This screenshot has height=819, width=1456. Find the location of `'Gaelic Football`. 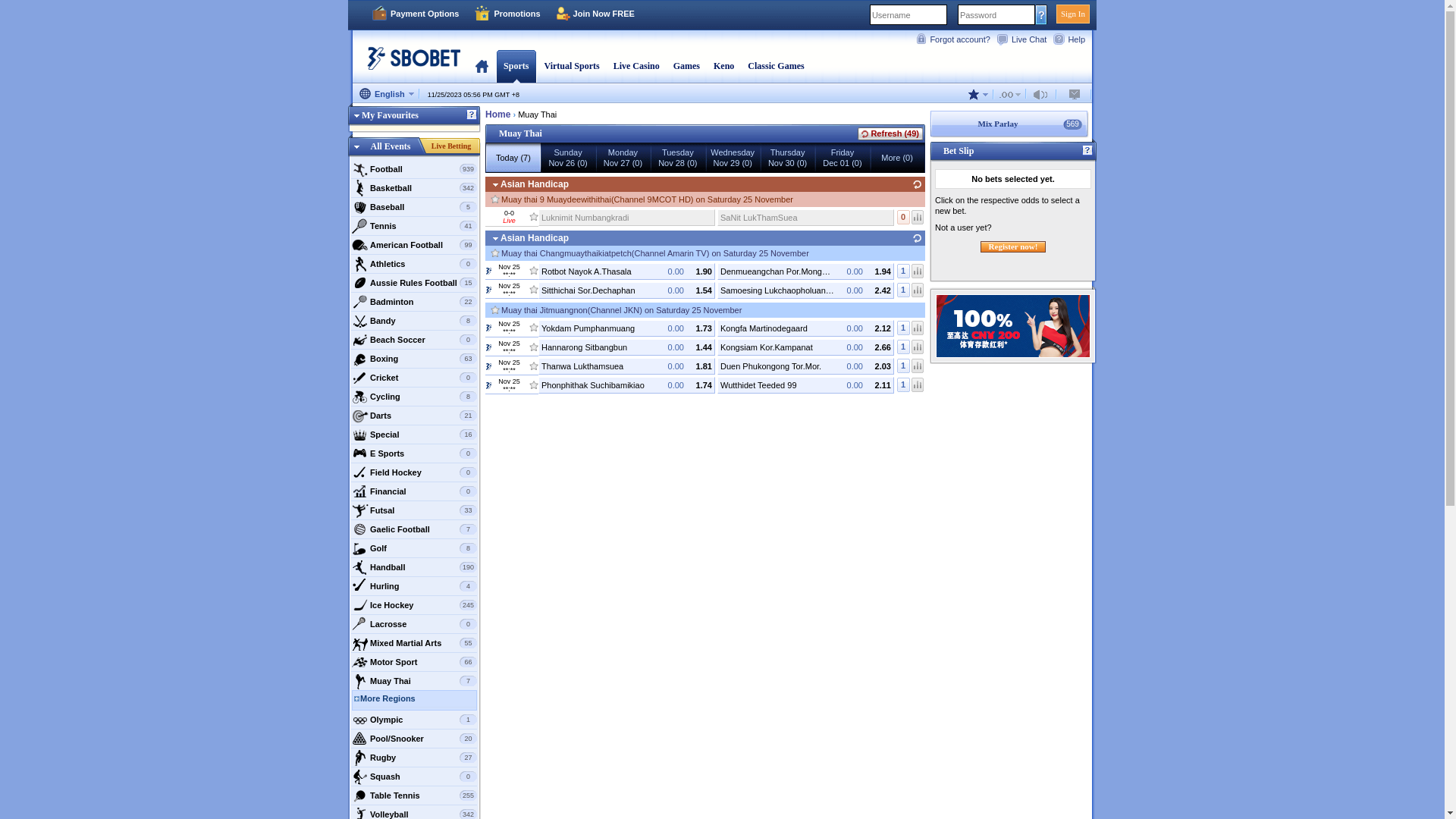

'Gaelic Football is located at coordinates (414, 529).